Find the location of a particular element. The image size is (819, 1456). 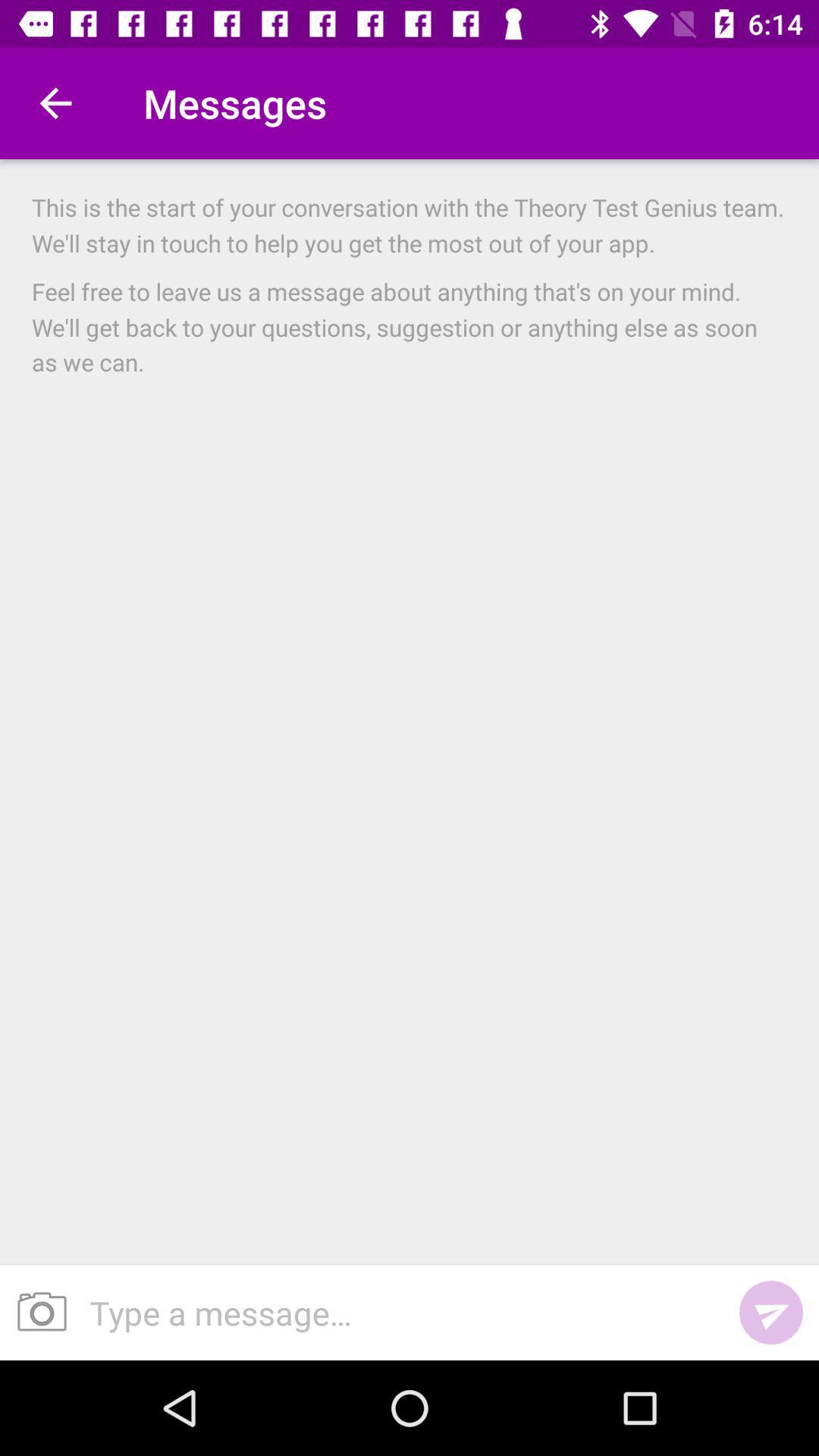

the icon below feel free to icon is located at coordinates (397, 1312).